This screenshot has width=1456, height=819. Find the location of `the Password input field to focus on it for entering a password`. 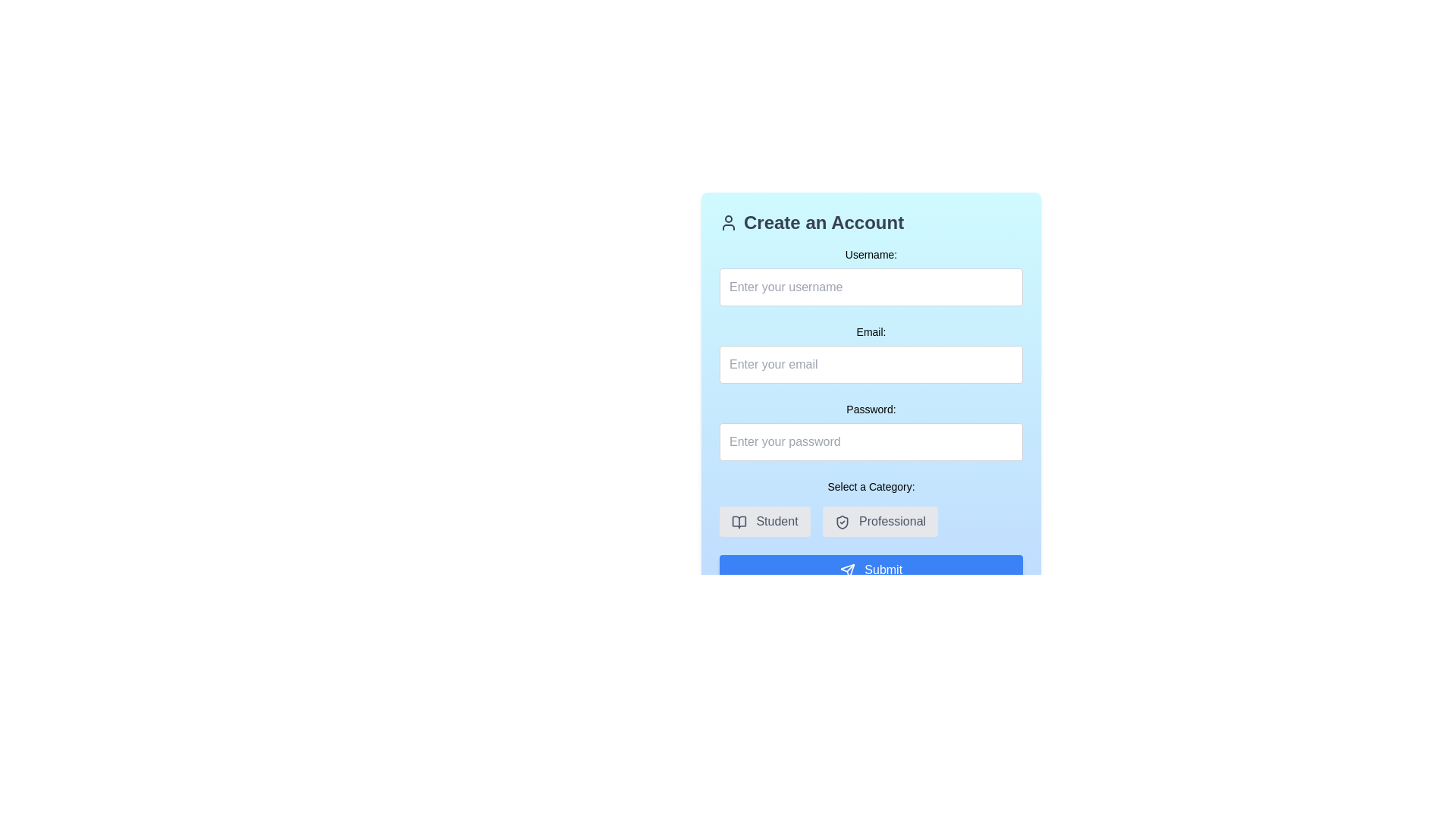

the Password input field to focus on it for entering a password is located at coordinates (871, 441).